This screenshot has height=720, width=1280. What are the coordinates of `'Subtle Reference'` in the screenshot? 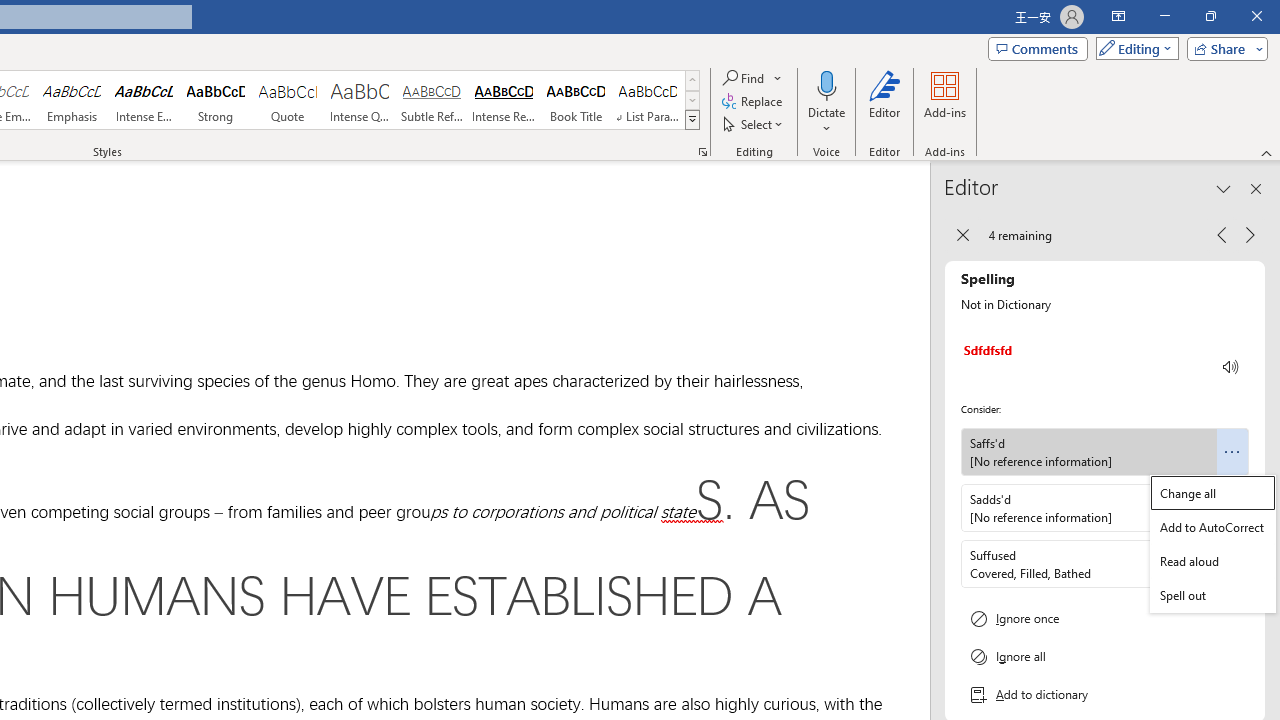 It's located at (431, 100).